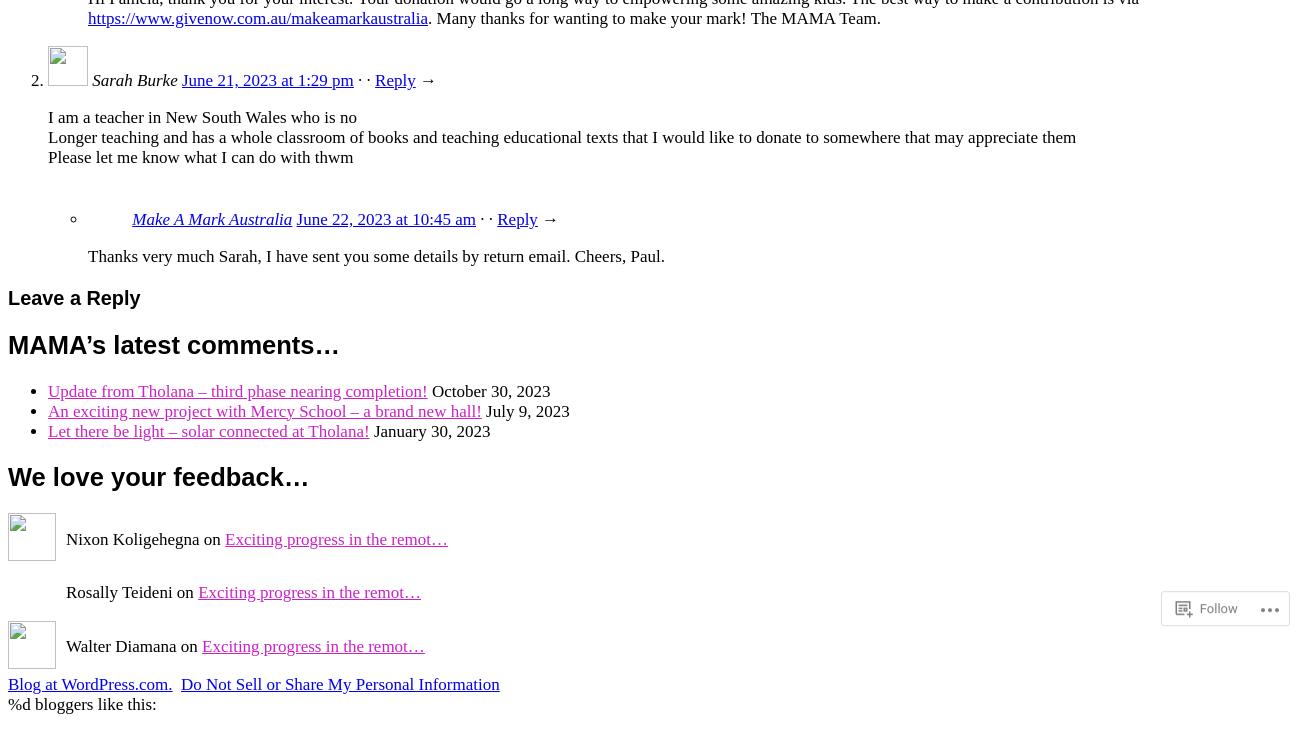  What do you see at coordinates (73, 297) in the screenshot?
I see `'Leave a Reply'` at bounding box center [73, 297].